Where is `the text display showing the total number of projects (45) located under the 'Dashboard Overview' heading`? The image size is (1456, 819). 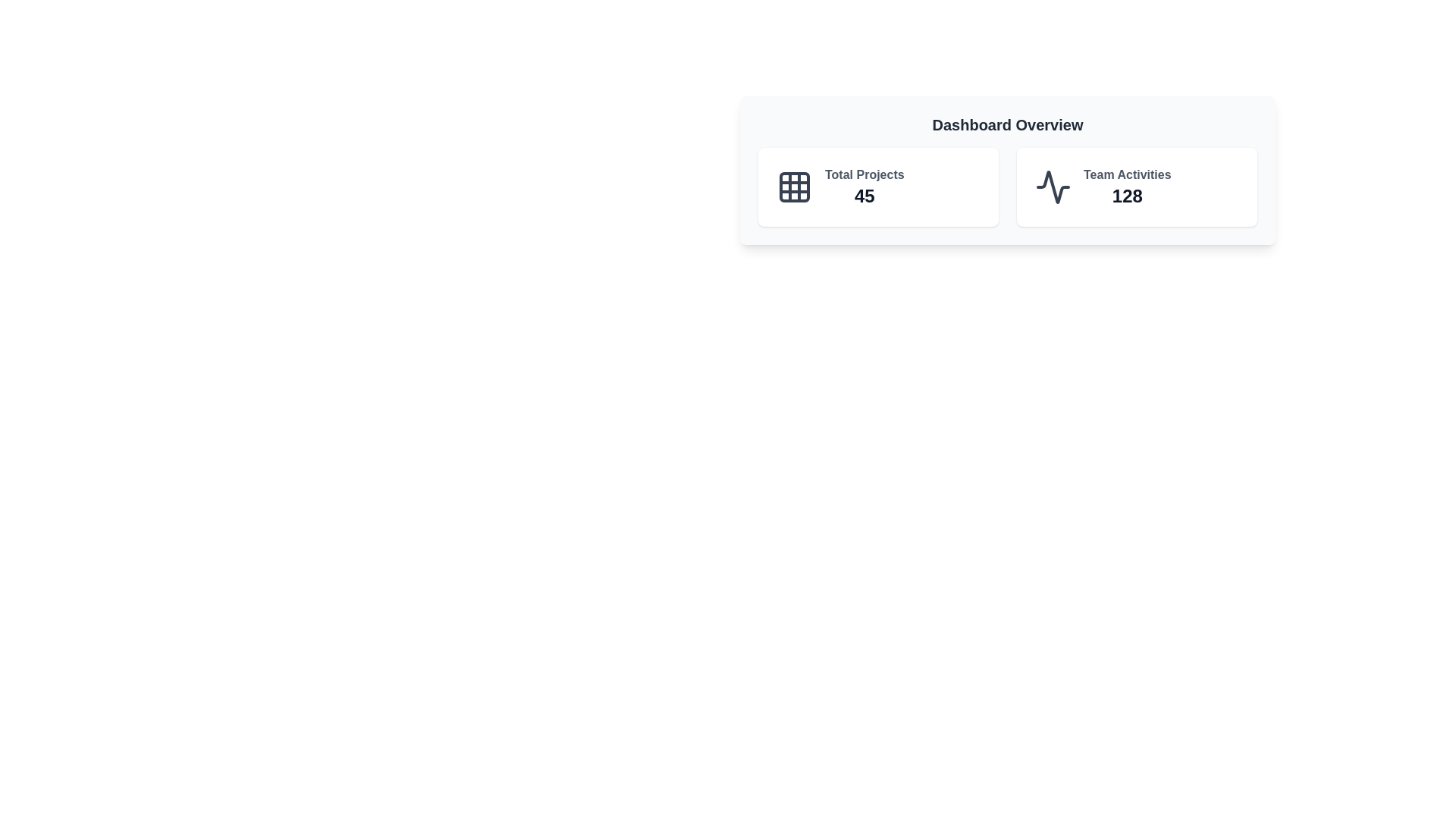
the text display showing the total number of projects (45) located under the 'Dashboard Overview' heading is located at coordinates (864, 195).